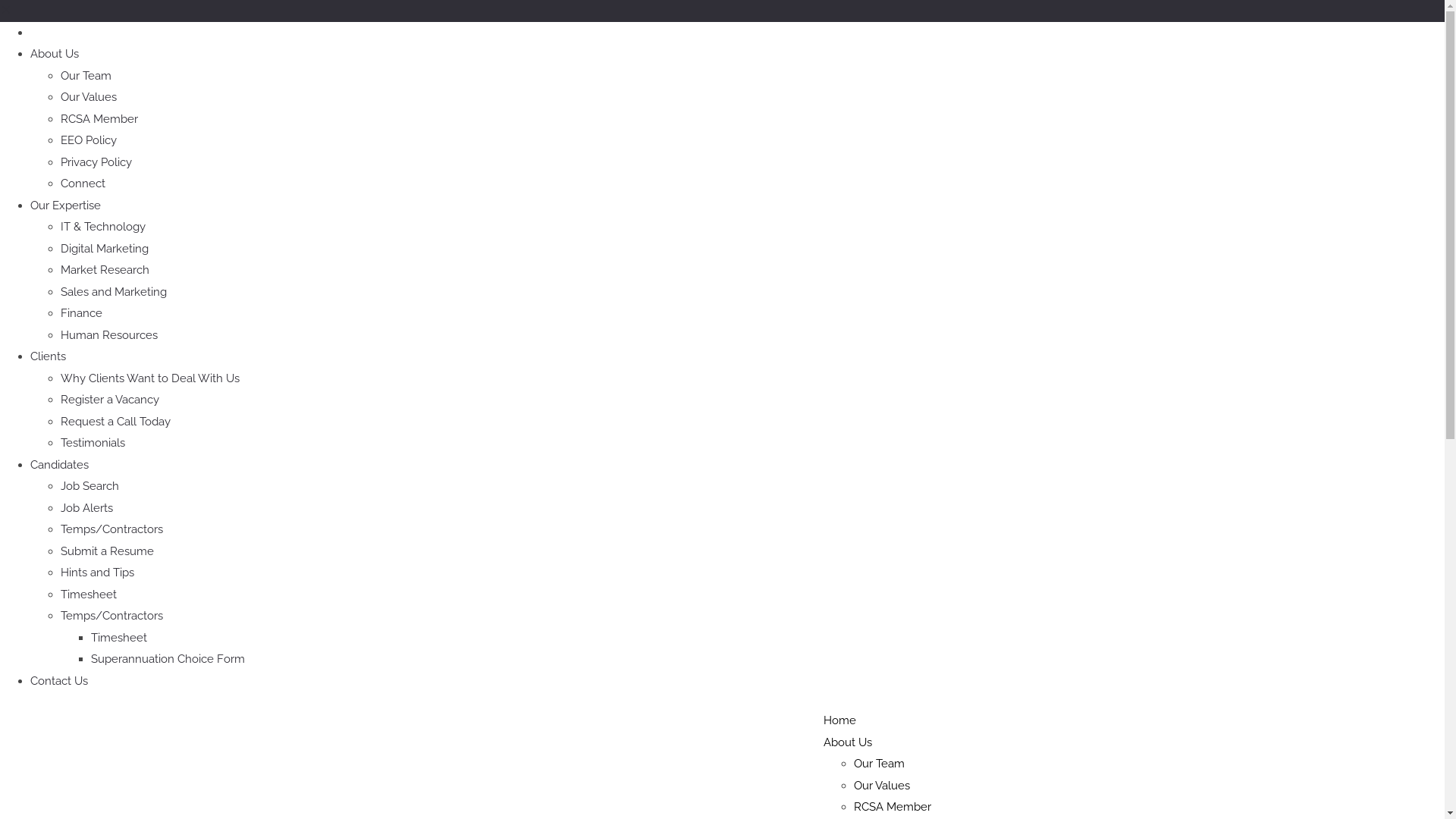 The height and width of the screenshot is (819, 1456). Describe the element at coordinates (89, 485) in the screenshot. I see `'Job Search'` at that location.